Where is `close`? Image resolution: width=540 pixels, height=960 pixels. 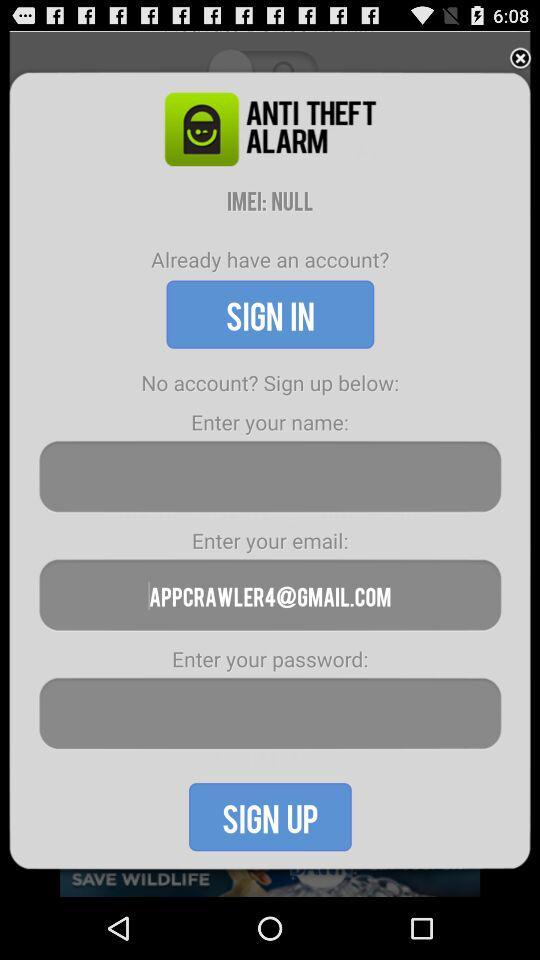 close is located at coordinates (520, 57).